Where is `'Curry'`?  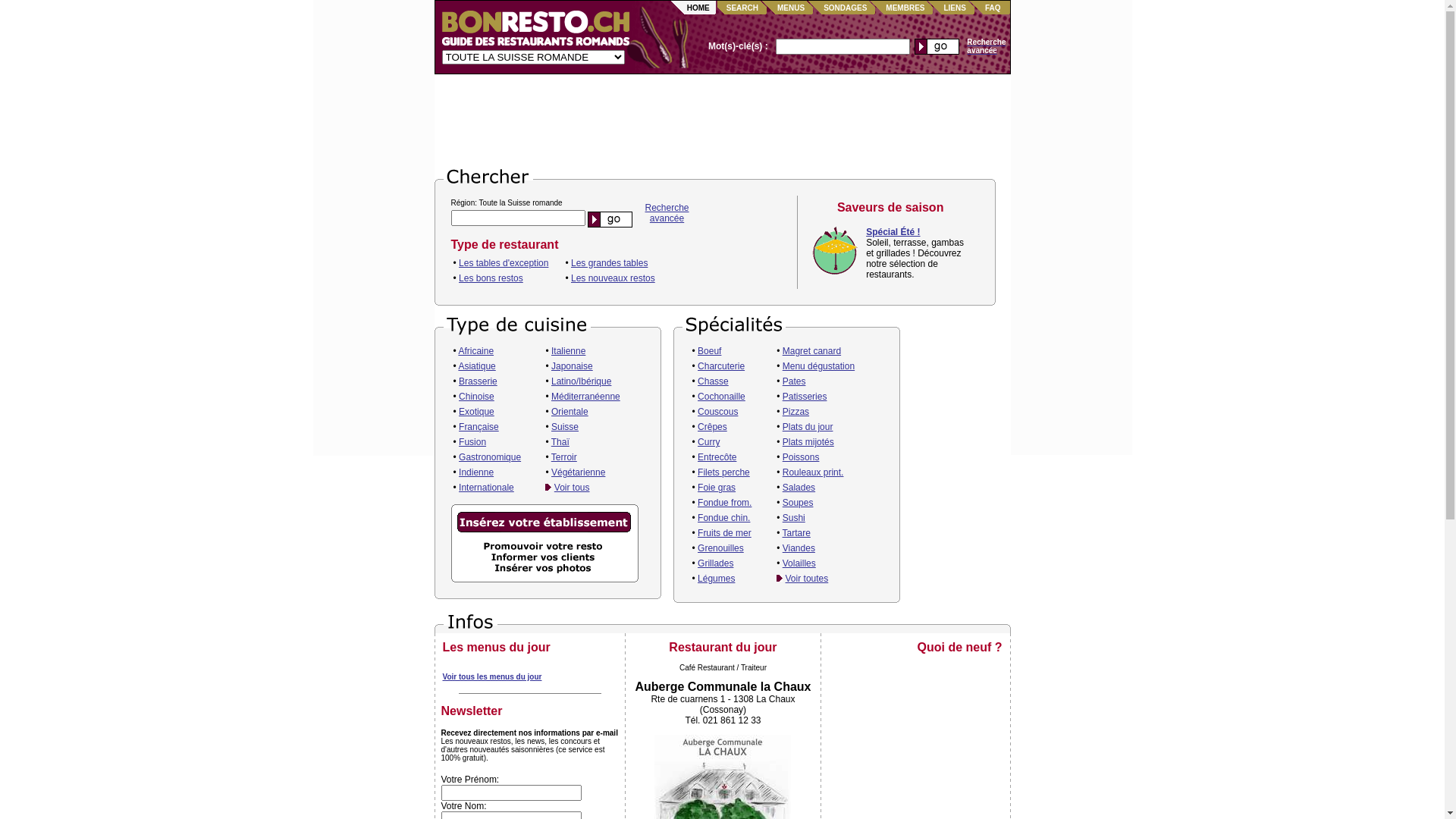
'Curry' is located at coordinates (708, 441).